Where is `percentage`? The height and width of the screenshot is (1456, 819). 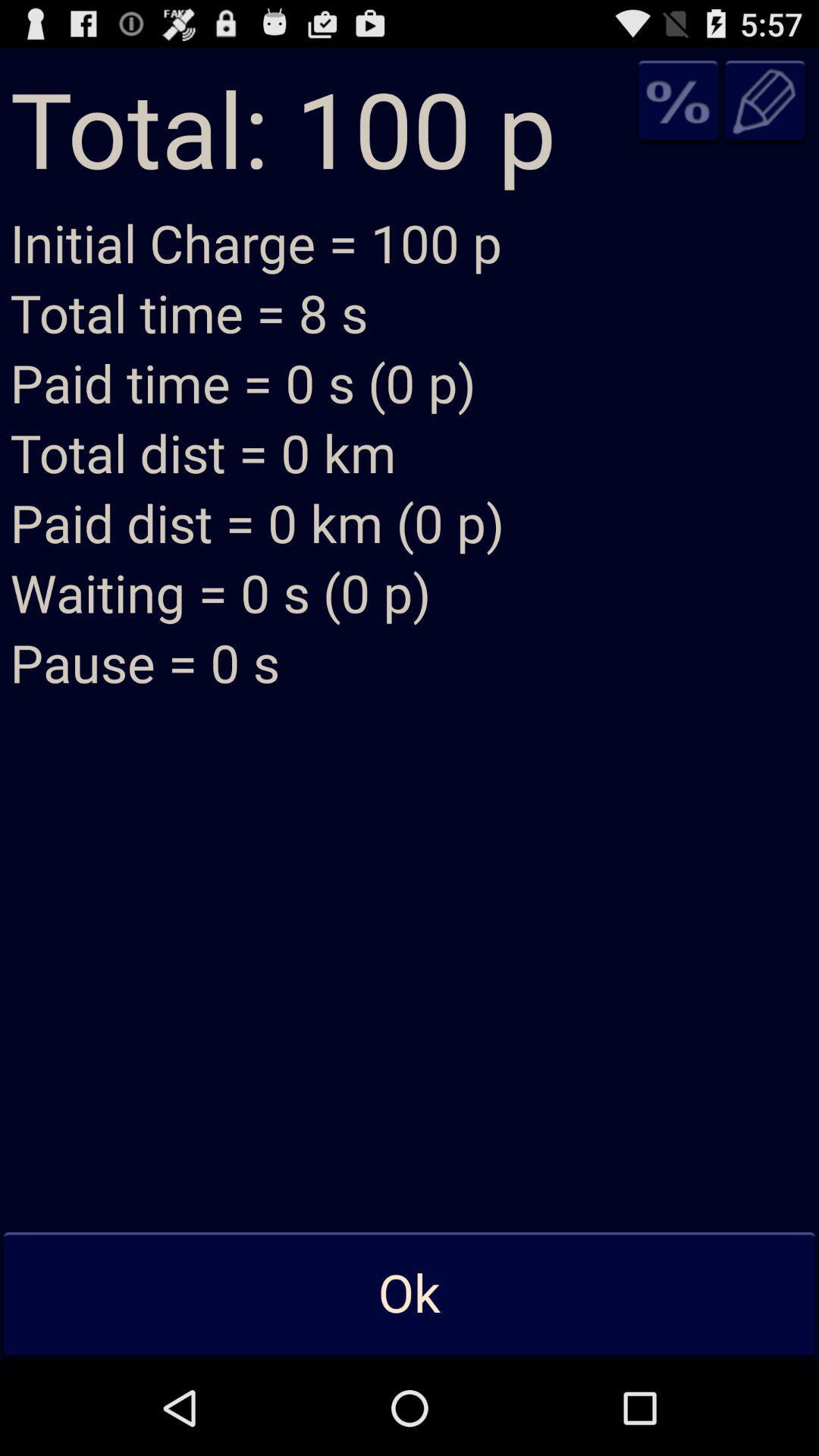
percentage is located at coordinates (677, 100).